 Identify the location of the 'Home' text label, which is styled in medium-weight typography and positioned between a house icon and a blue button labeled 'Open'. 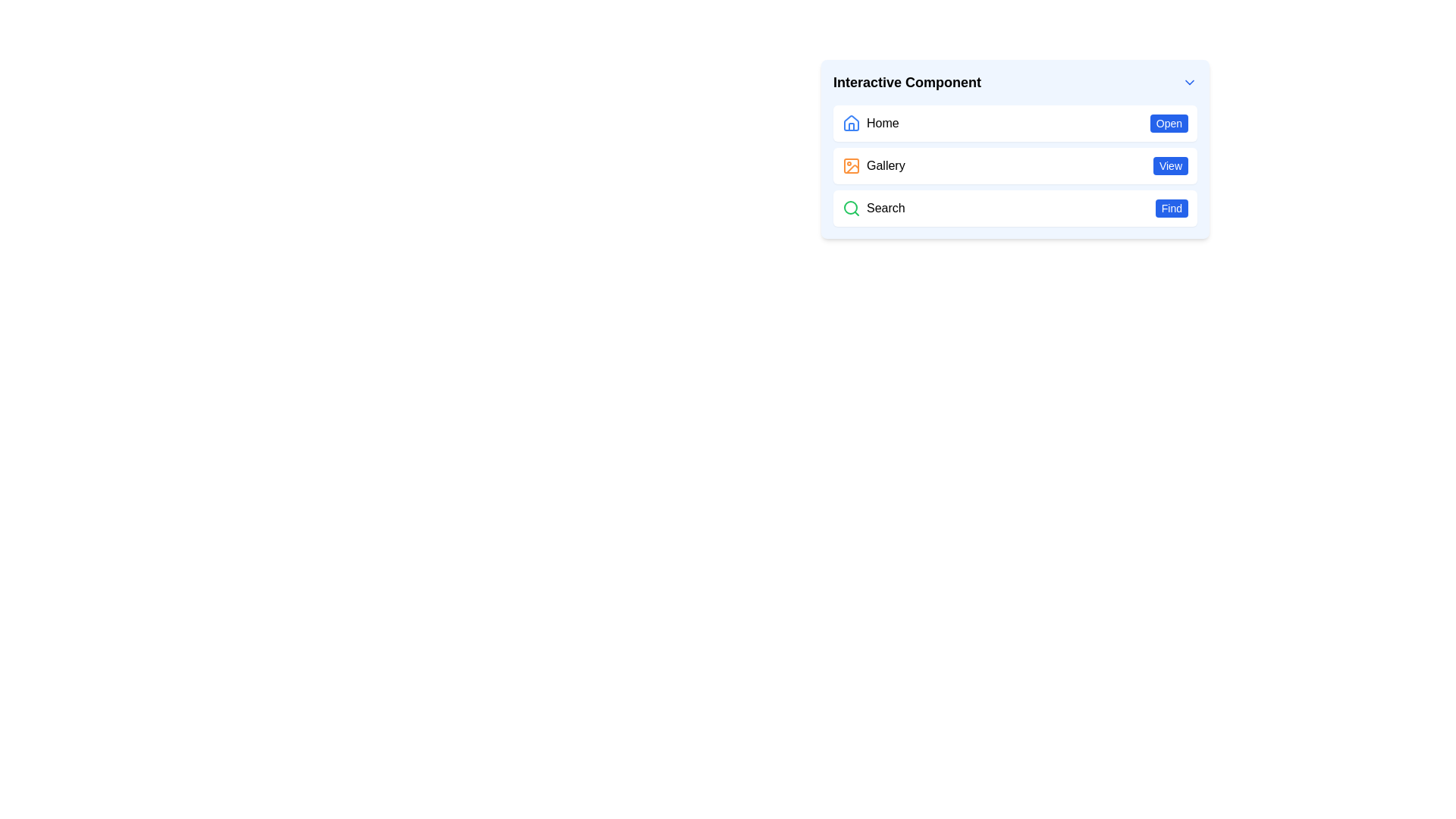
(883, 122).